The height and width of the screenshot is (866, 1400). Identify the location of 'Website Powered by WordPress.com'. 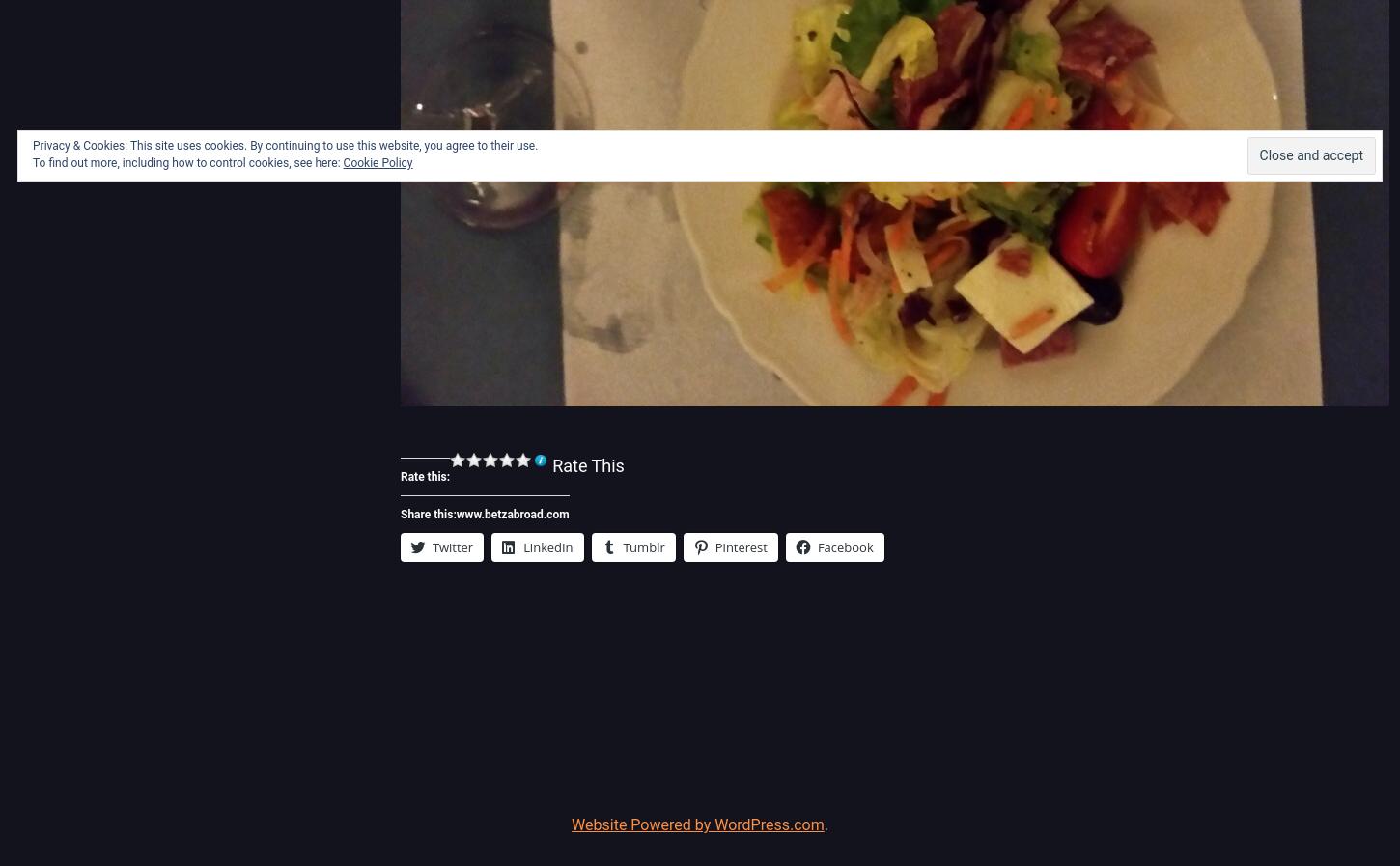
(572, 824).